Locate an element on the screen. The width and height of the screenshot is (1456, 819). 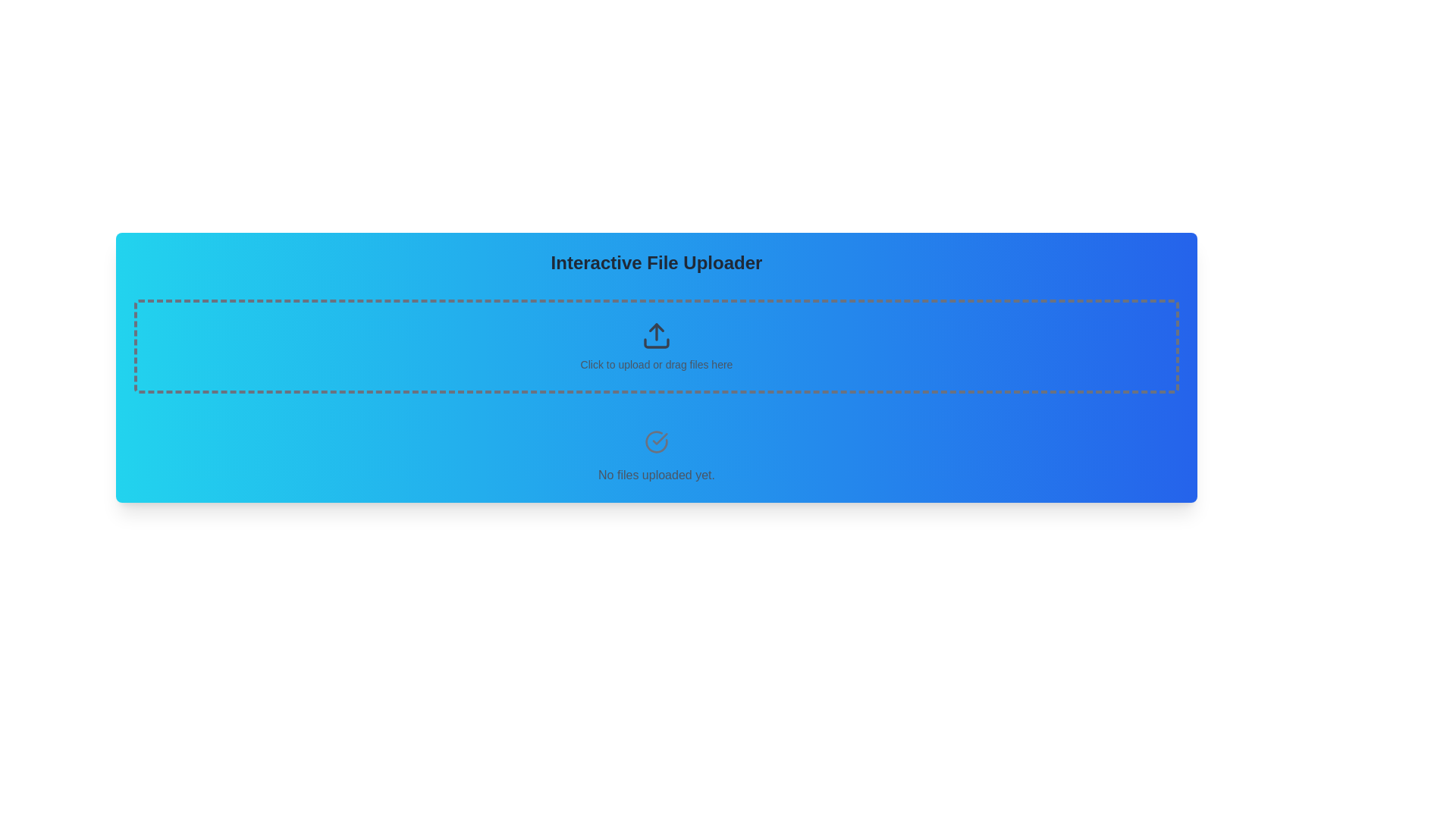
the informational text block that reads 'No files uploaded yet.' with a check mark icon above it, which is located at the bottom of the 'Interactive File Uploader' section is located at coordinates (656, 456).